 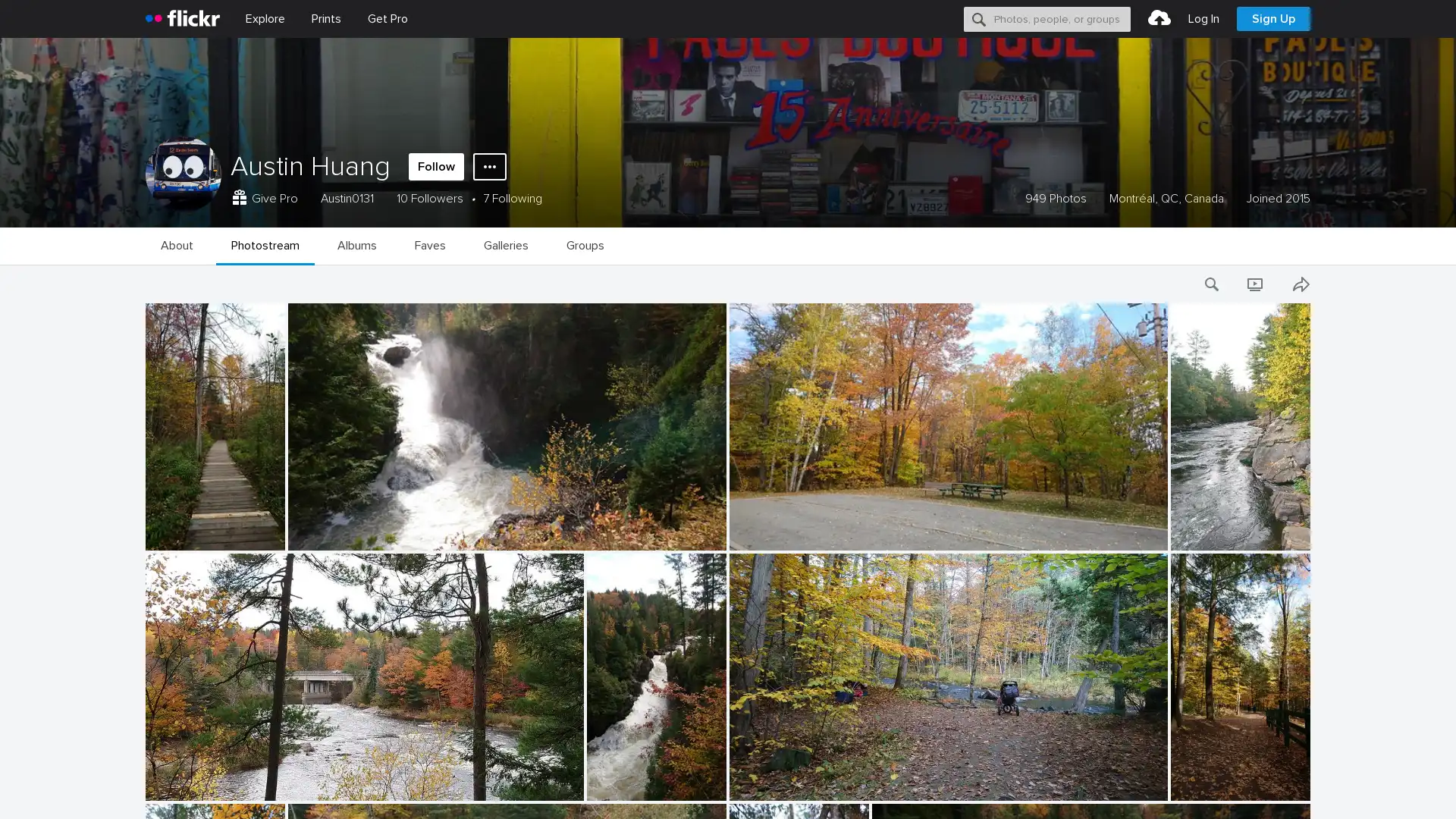 I want to click on Follow, so click(x=435, y=166).